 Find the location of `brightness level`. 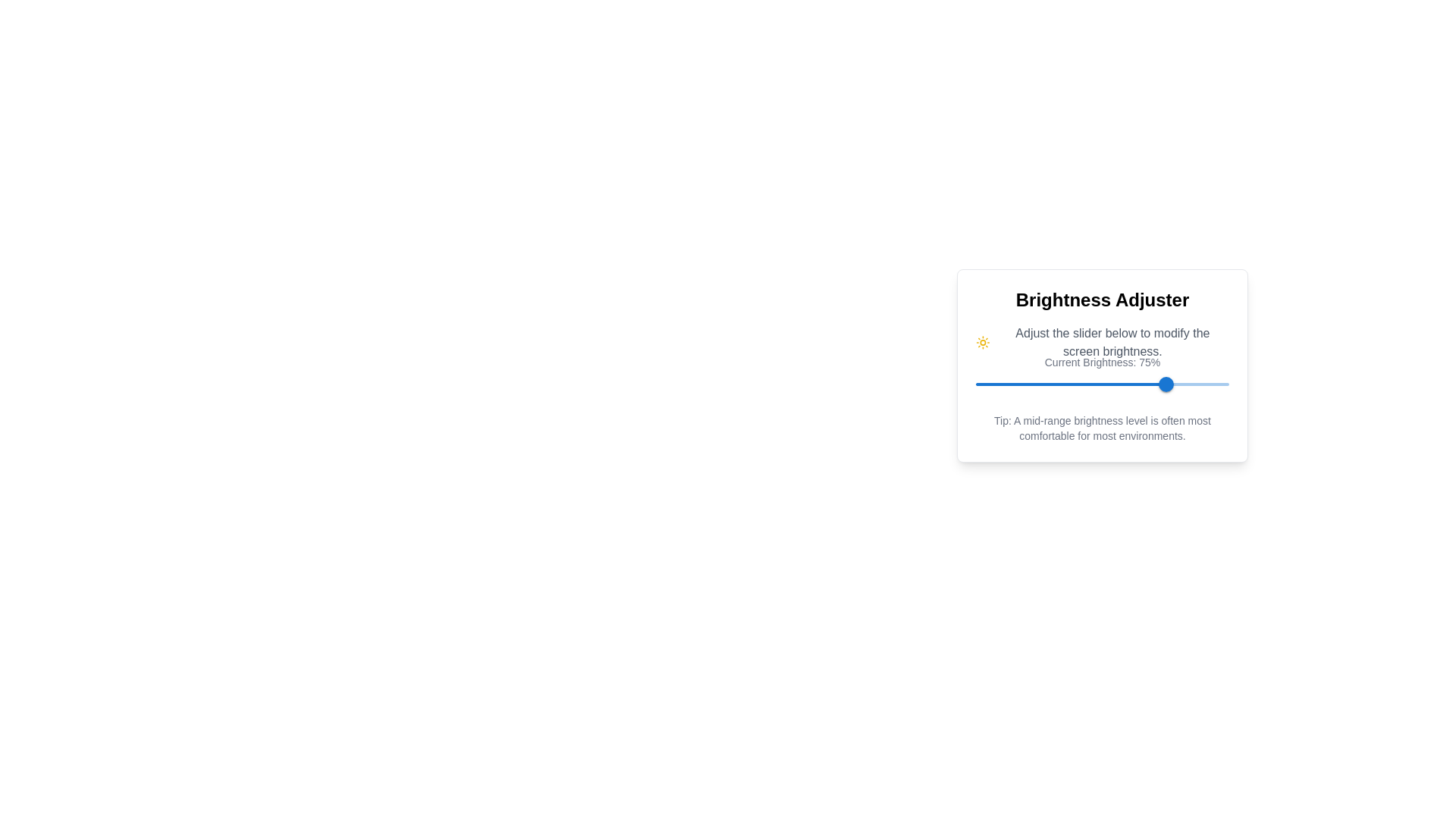

brightness level is located at coordinates (1087, 383).